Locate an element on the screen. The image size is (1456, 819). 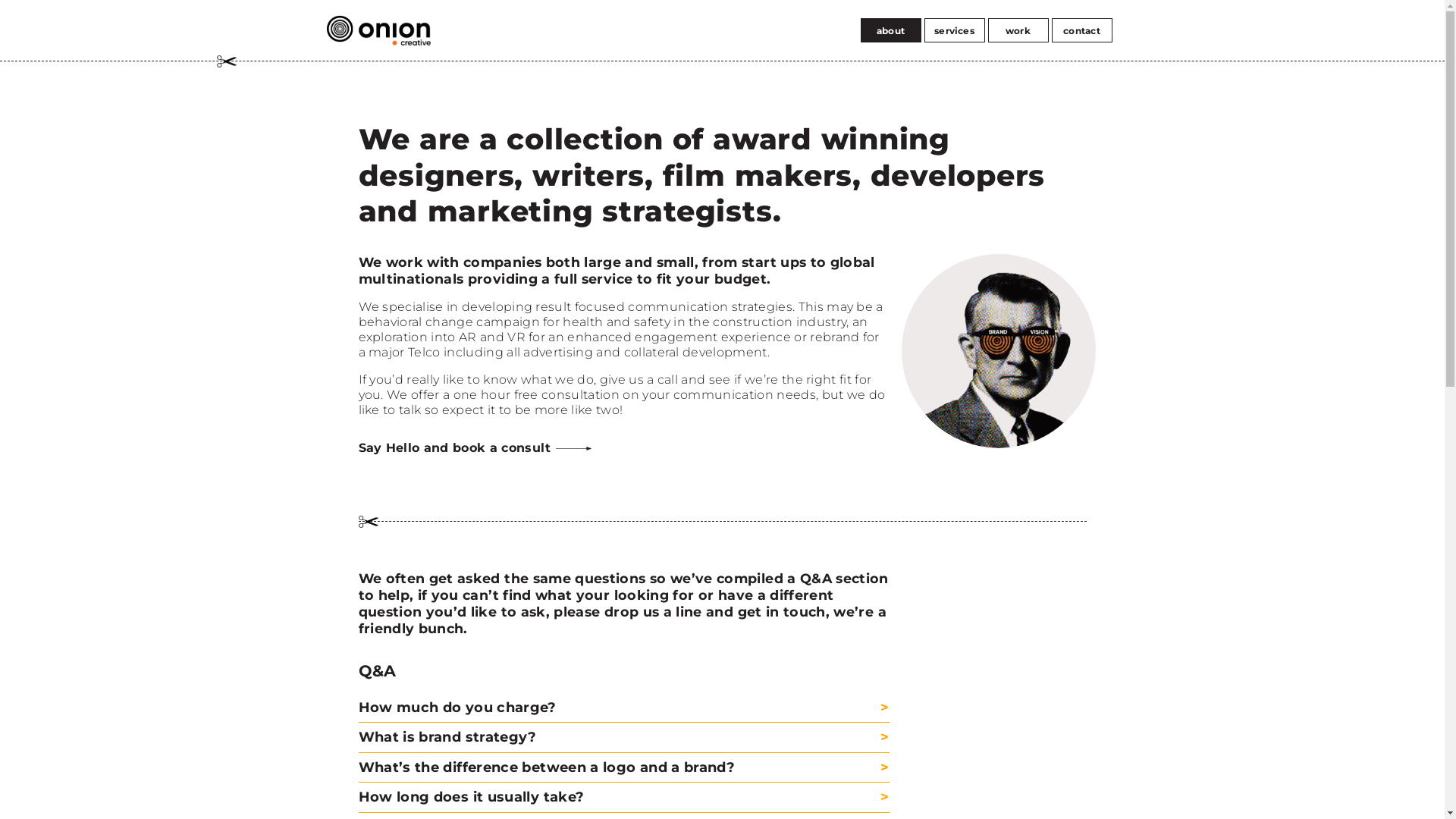
'work' is located at coordinates (987, 30).